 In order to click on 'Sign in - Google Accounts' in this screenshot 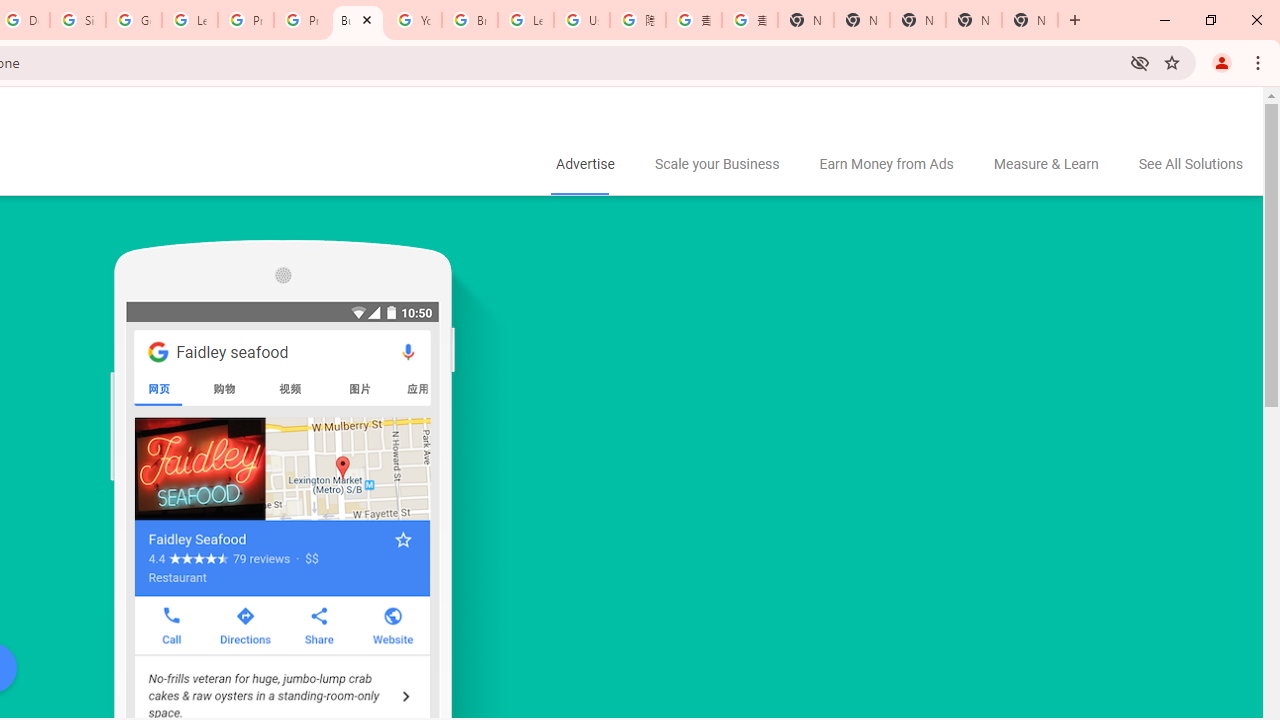, I will do `click(78, 20)`.